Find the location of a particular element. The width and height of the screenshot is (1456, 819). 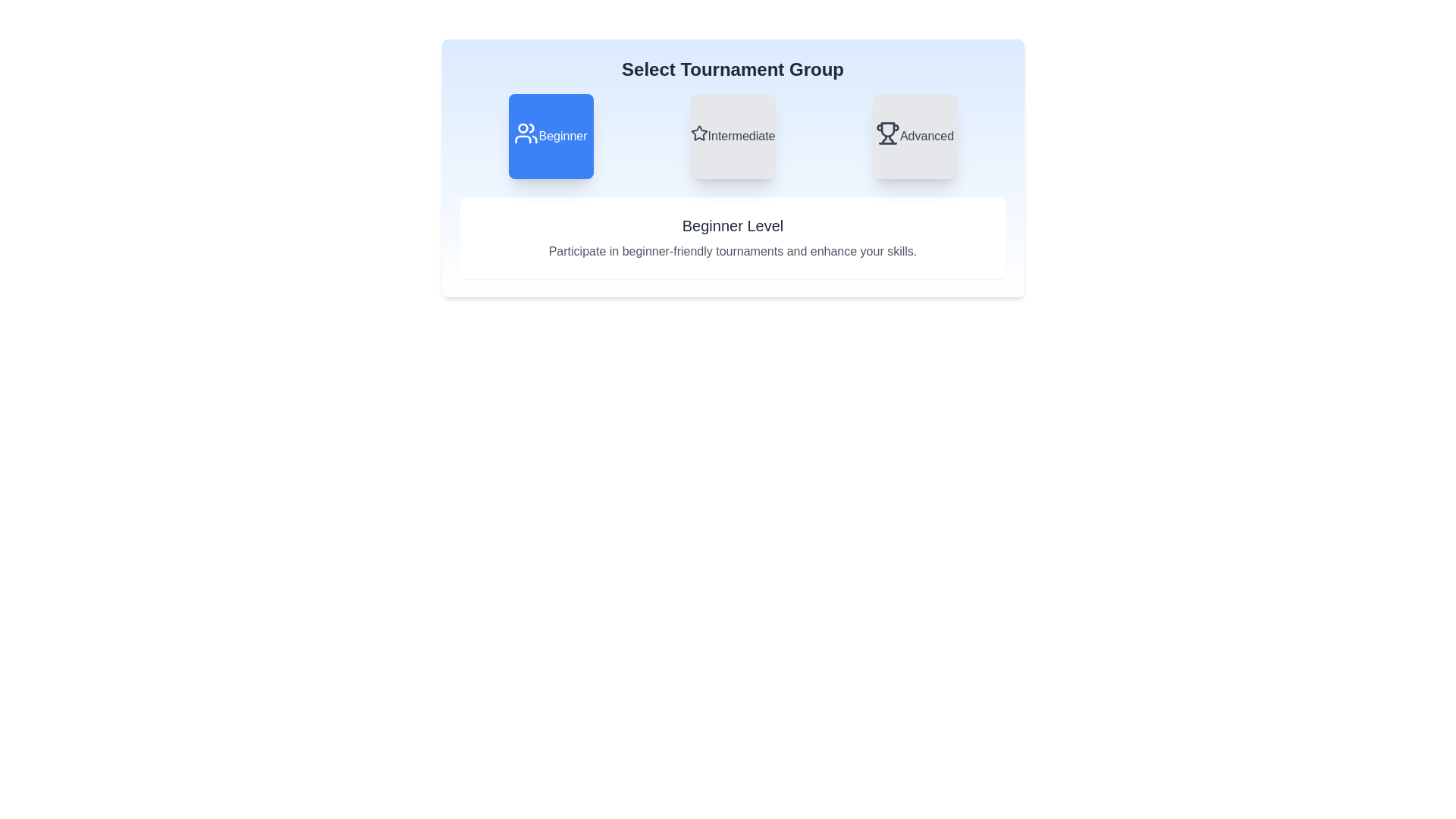

the Informational Section displaying the title 'Beginner Level' and the description 'Participate in beginner-friendly tournaments and enhance your skills.' is located at coordinates (733, 237).